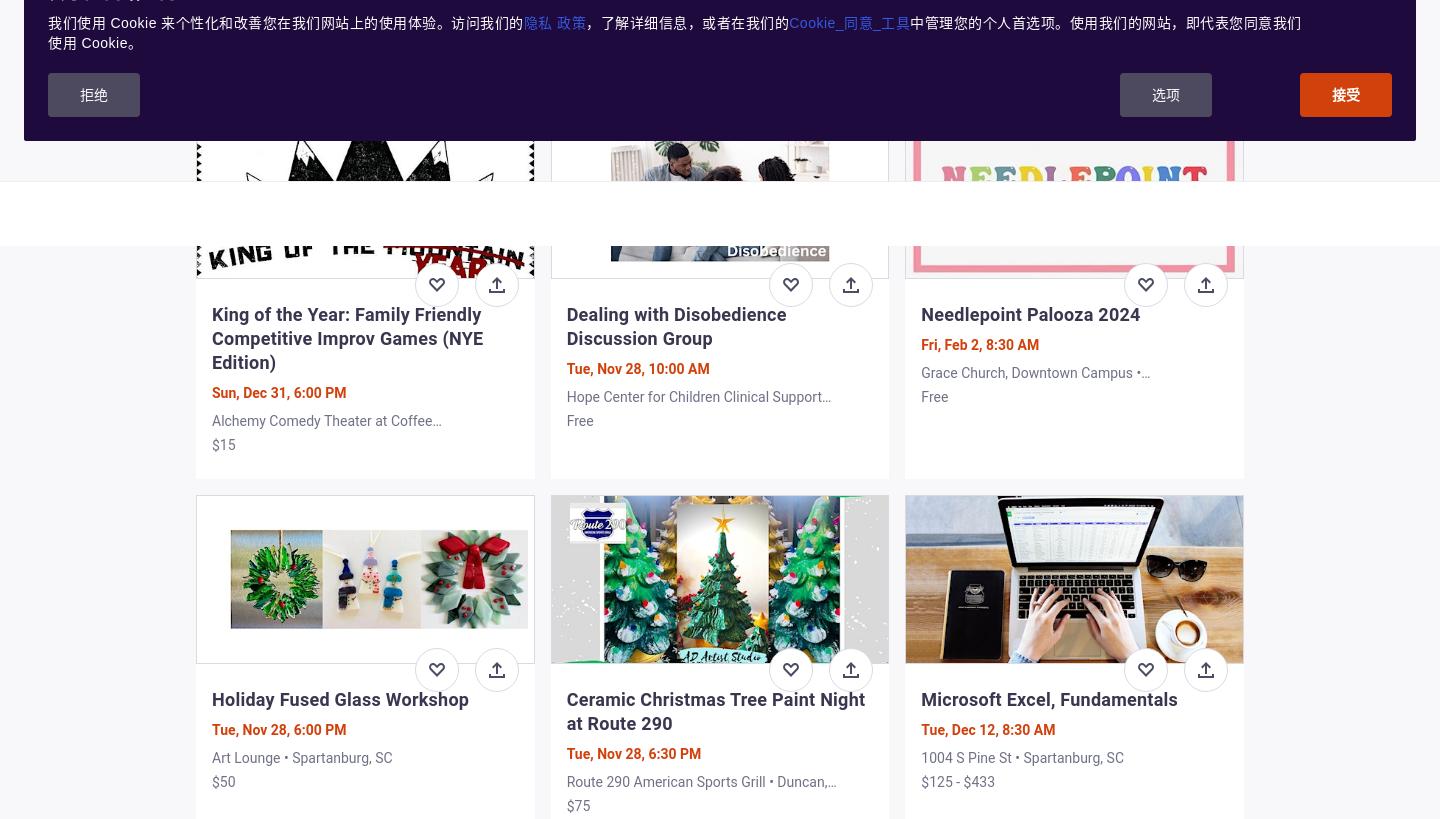 Image resolution: width=1440 pixels, height=819 pixels. Describe the element at coordinates (211, 443) in the screenshot. I see `'$15'` at that location.